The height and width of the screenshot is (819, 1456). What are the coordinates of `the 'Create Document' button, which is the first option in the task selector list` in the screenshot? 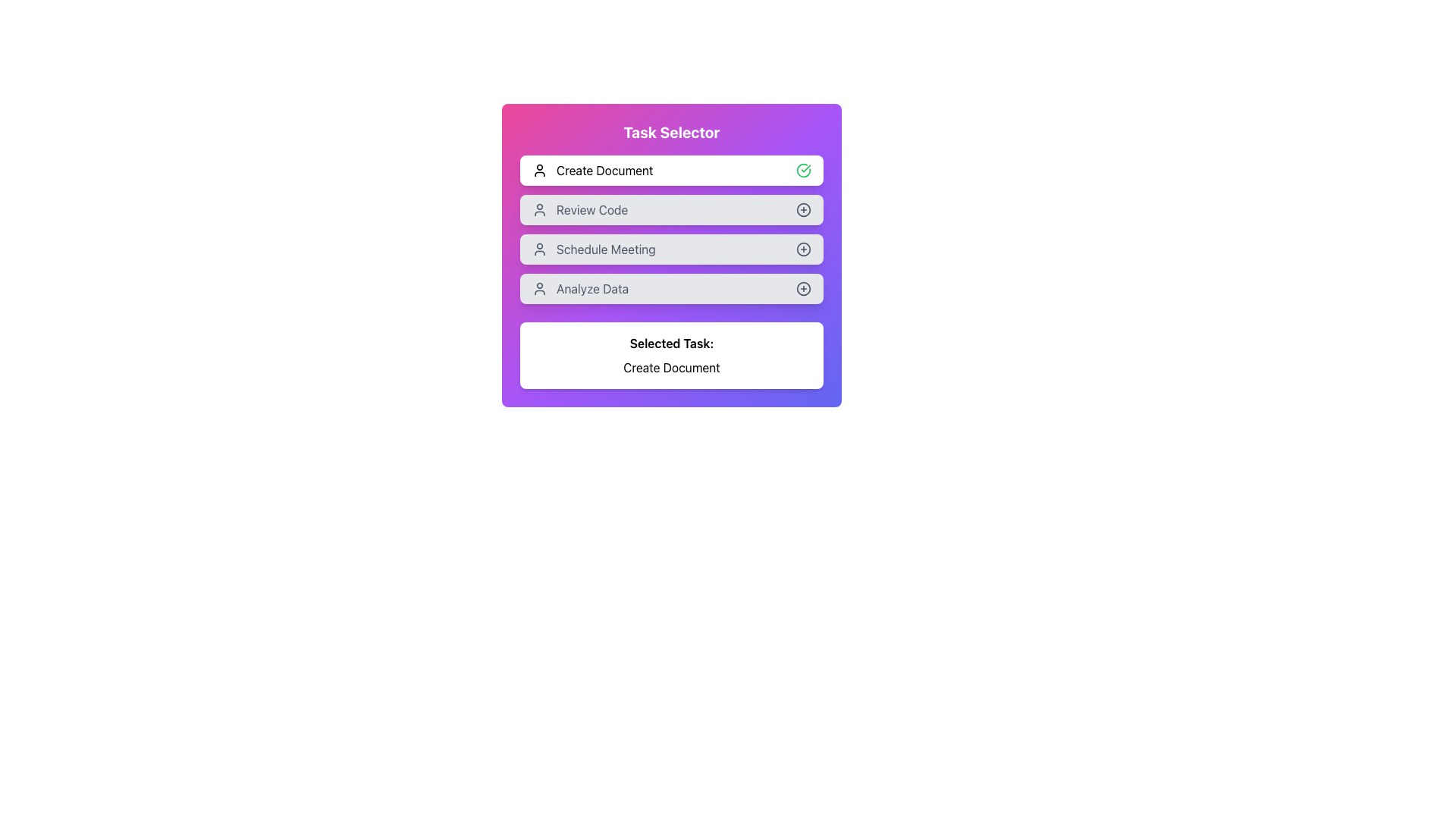 It's located at (671, 170).